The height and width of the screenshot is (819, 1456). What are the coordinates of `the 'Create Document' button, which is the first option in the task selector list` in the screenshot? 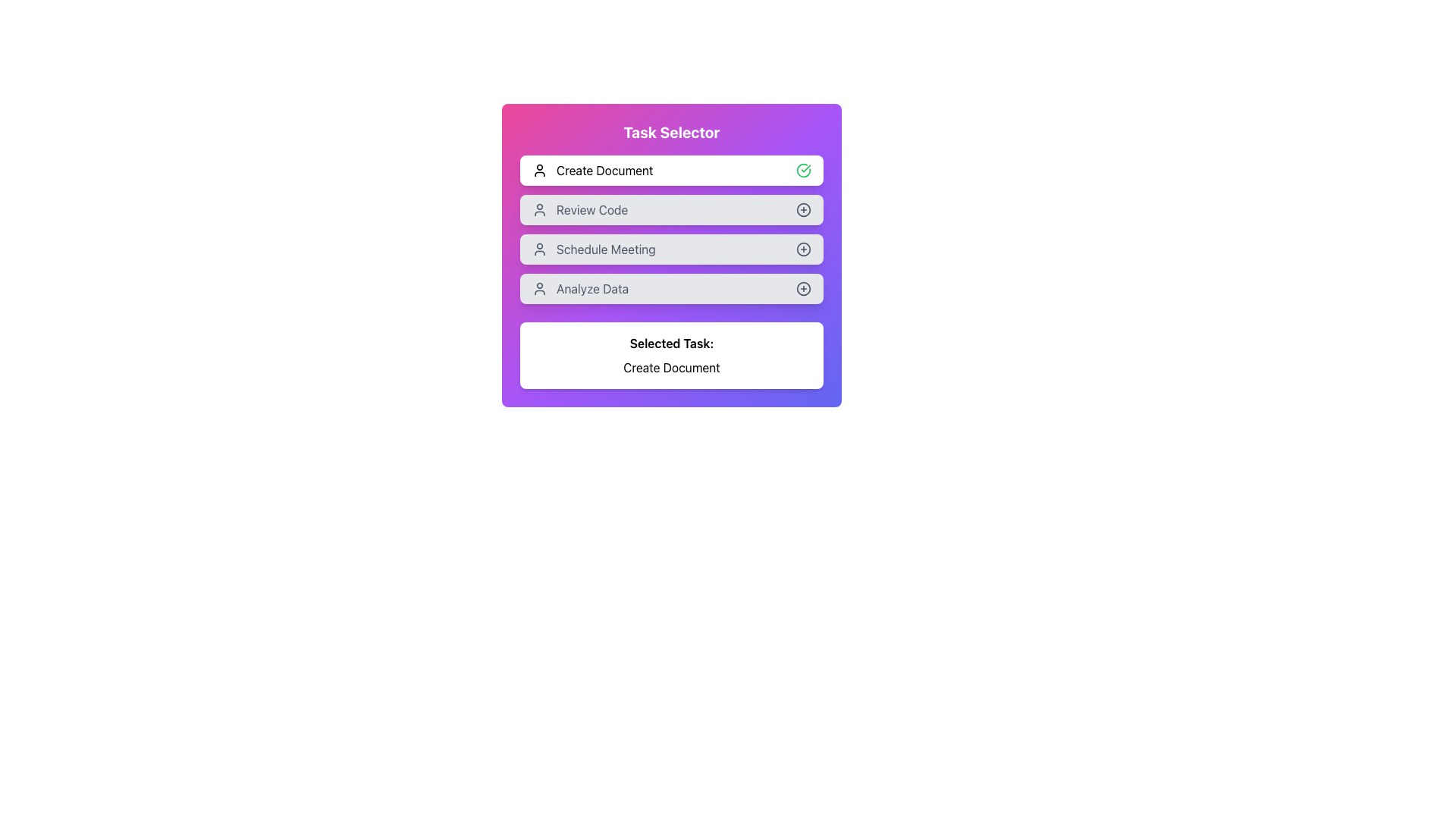 It's located at (671, 170).